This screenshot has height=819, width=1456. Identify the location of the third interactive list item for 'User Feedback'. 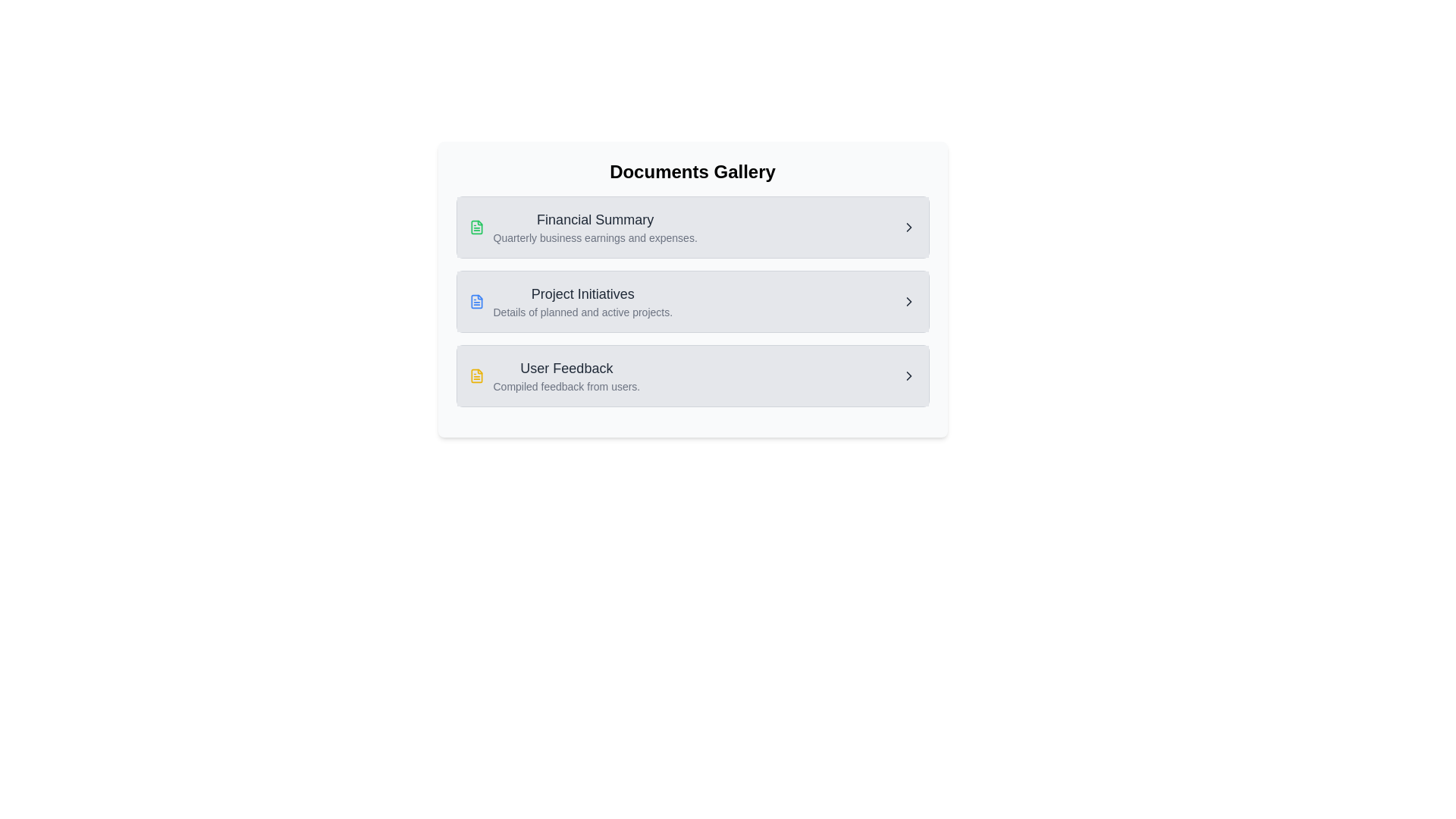
(554, 375).